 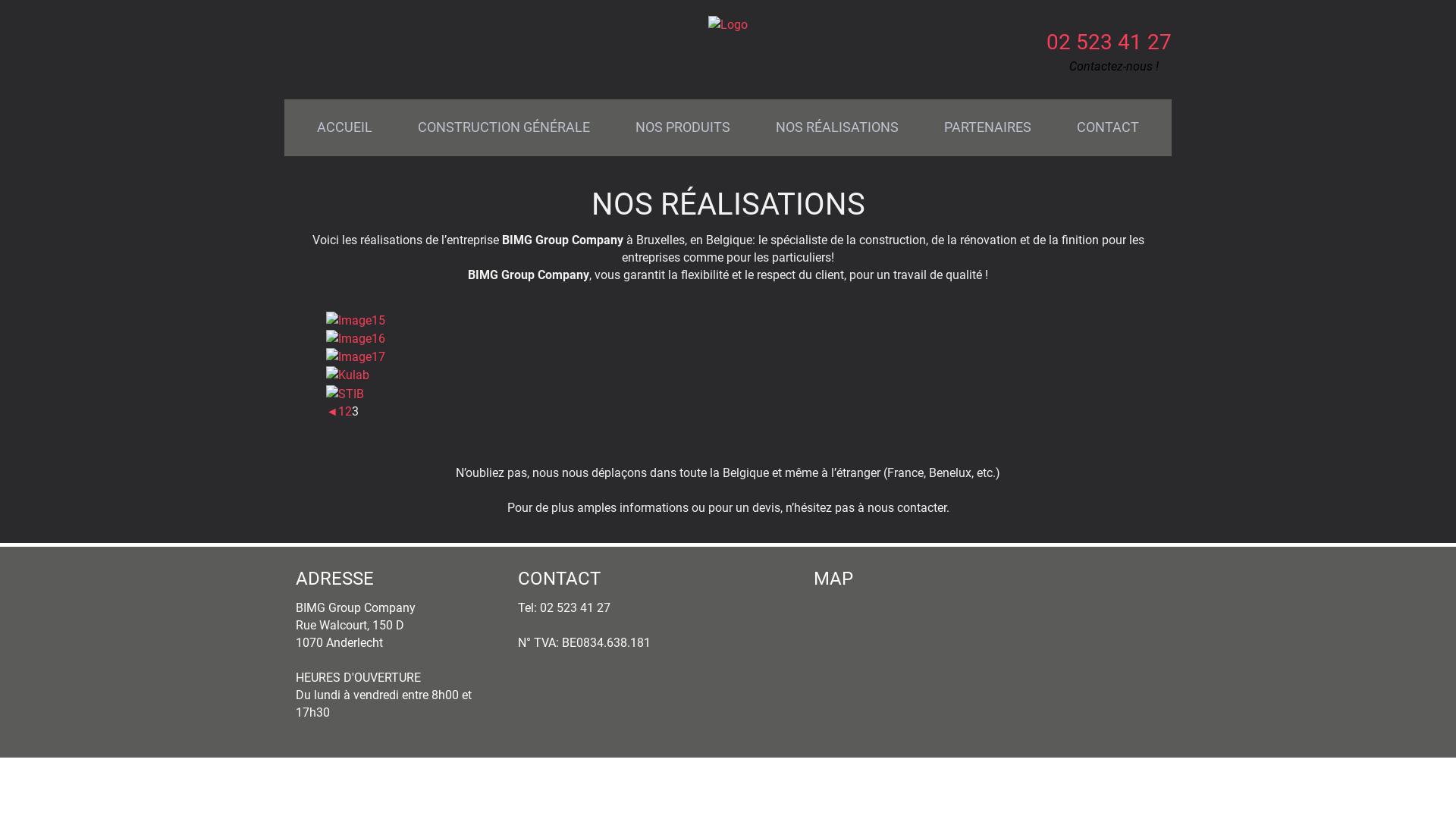 What do you see at coordinates (355, 337) in the screenshot?
I see `'Image16'` at bounding box center [355, 337].